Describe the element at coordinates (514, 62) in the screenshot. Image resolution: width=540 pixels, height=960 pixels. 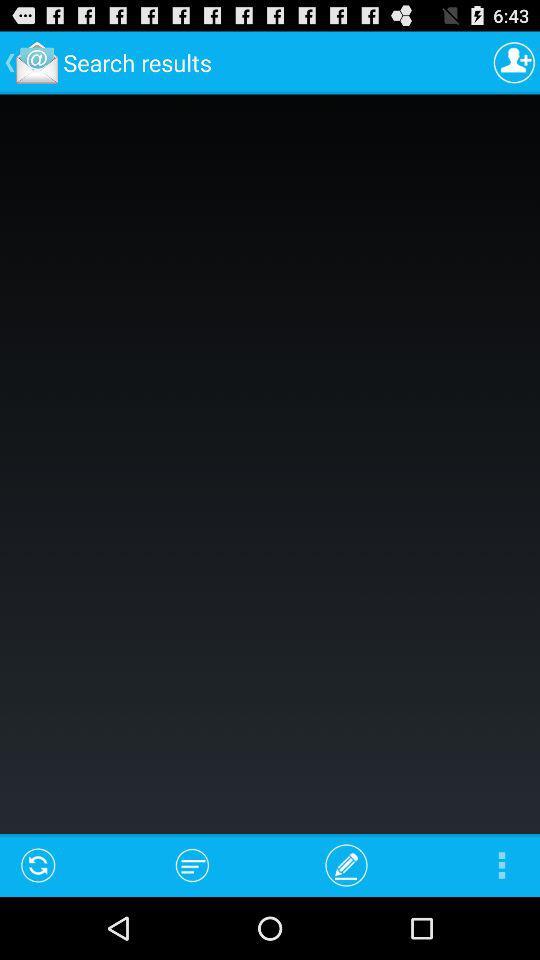
I see `the app to the right of search results` at that location.